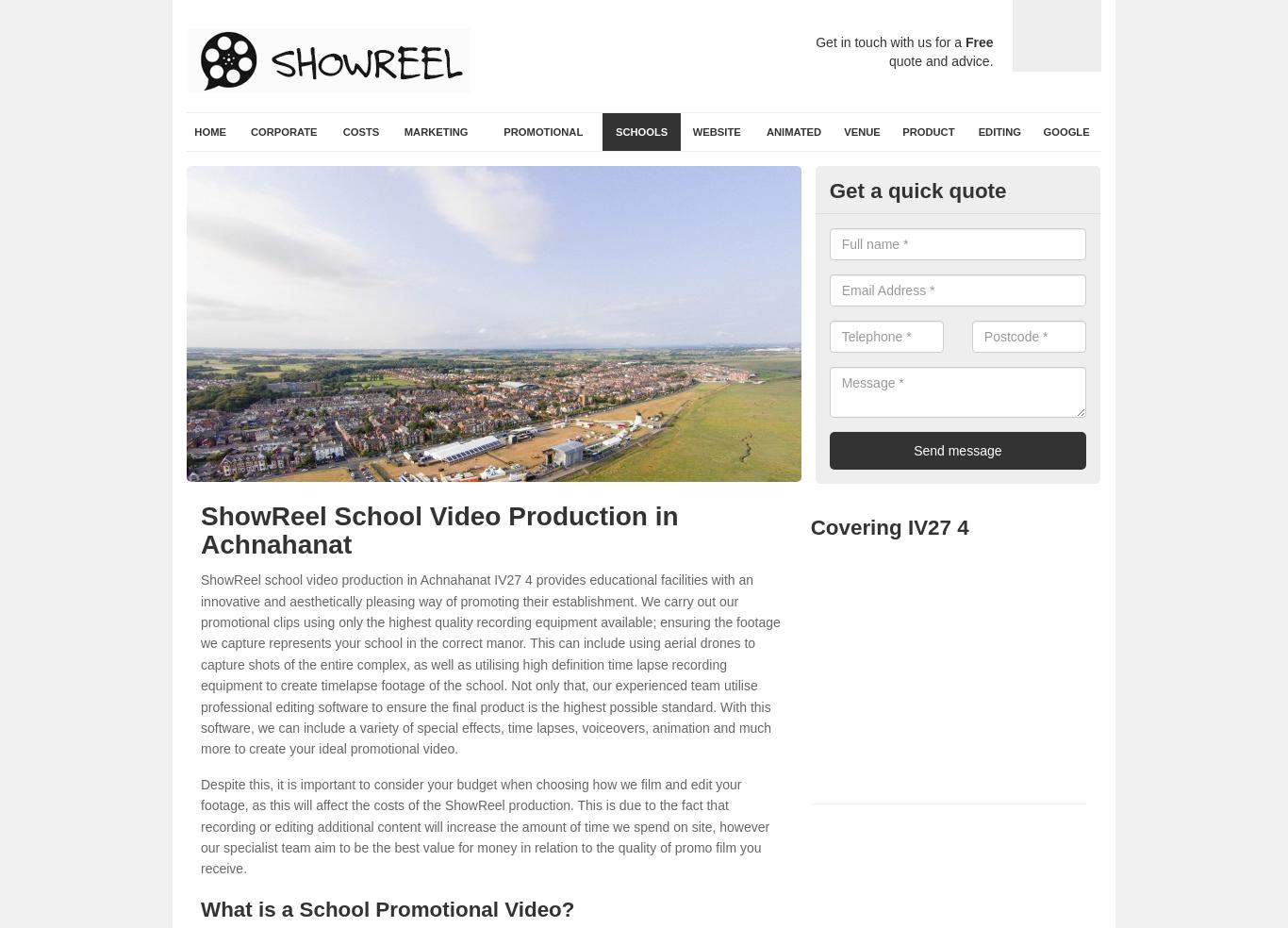  What do you see at coordinates (208, 132) in the screenshot?
I see `'Home'` at bounding box center [208, 132].